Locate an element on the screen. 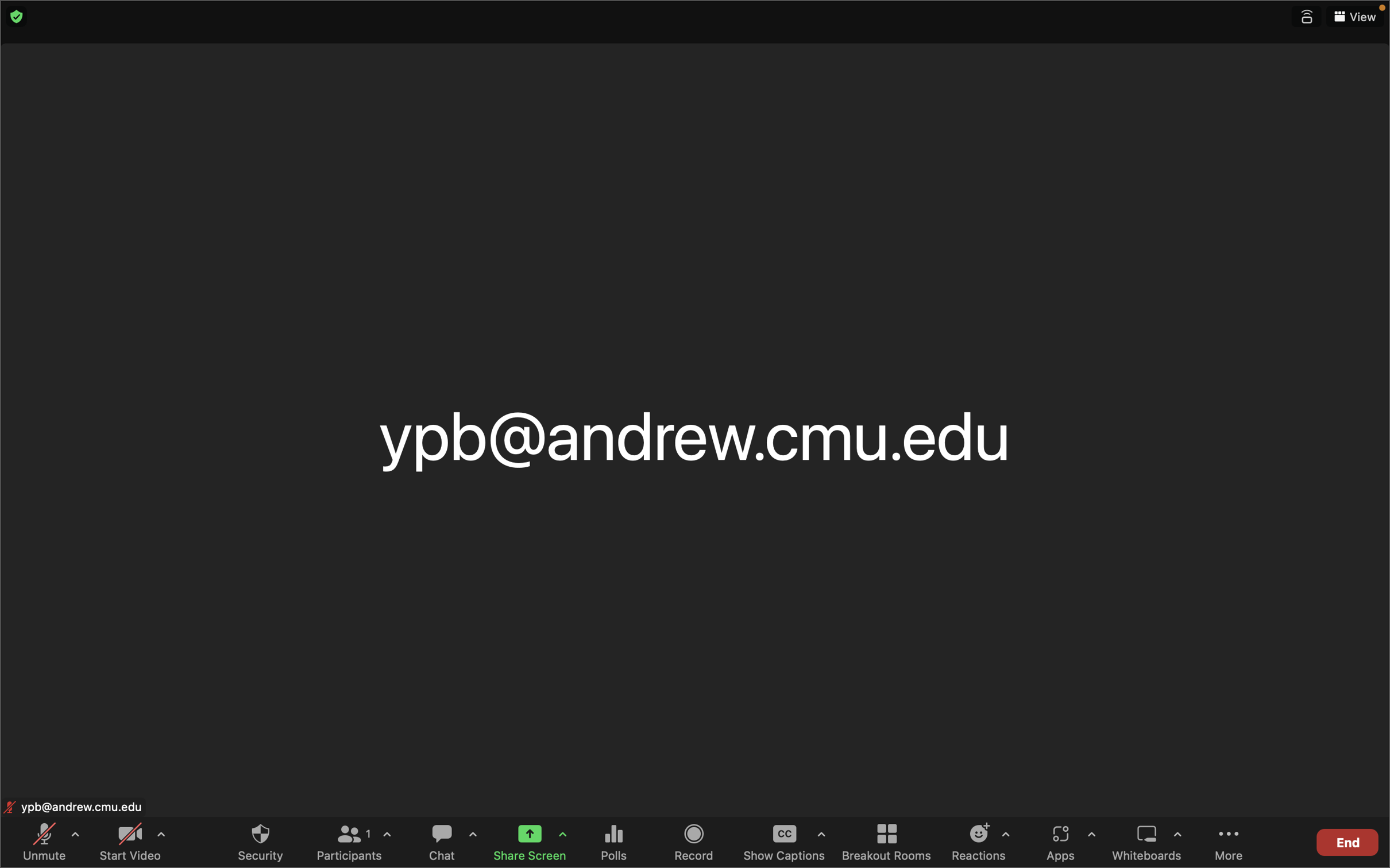 Image resolution: width=1390 pixels, height=868 pixels. the features of whiteboard is located at coordinates (1177, 842).